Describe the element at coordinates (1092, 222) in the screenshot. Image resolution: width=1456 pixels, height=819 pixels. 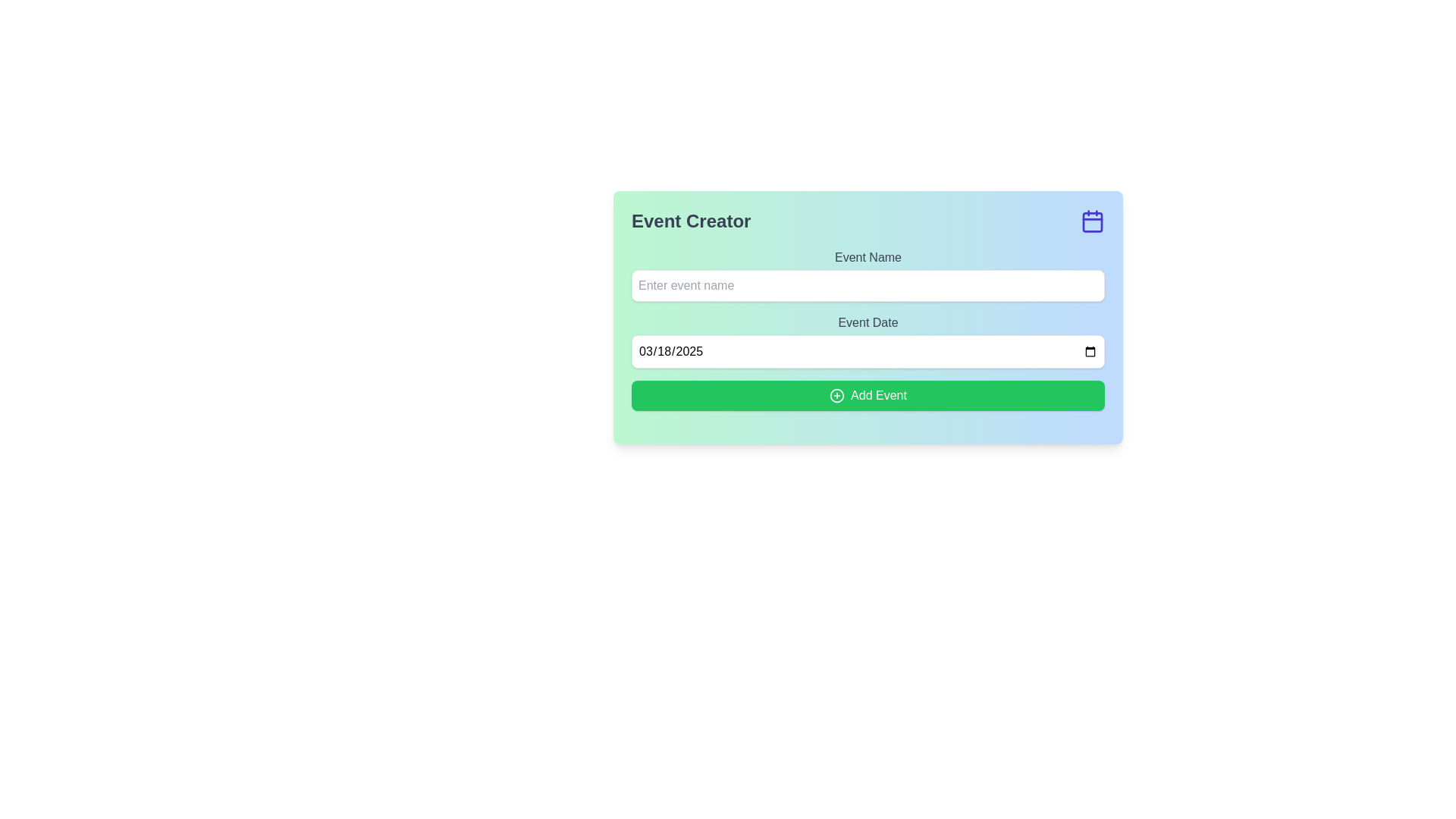
I see `the calendar icon by clicking on its central structural component, which is a soft blue rectangular shape with rounded corners, located in the top-right corner of the interface` at that location.